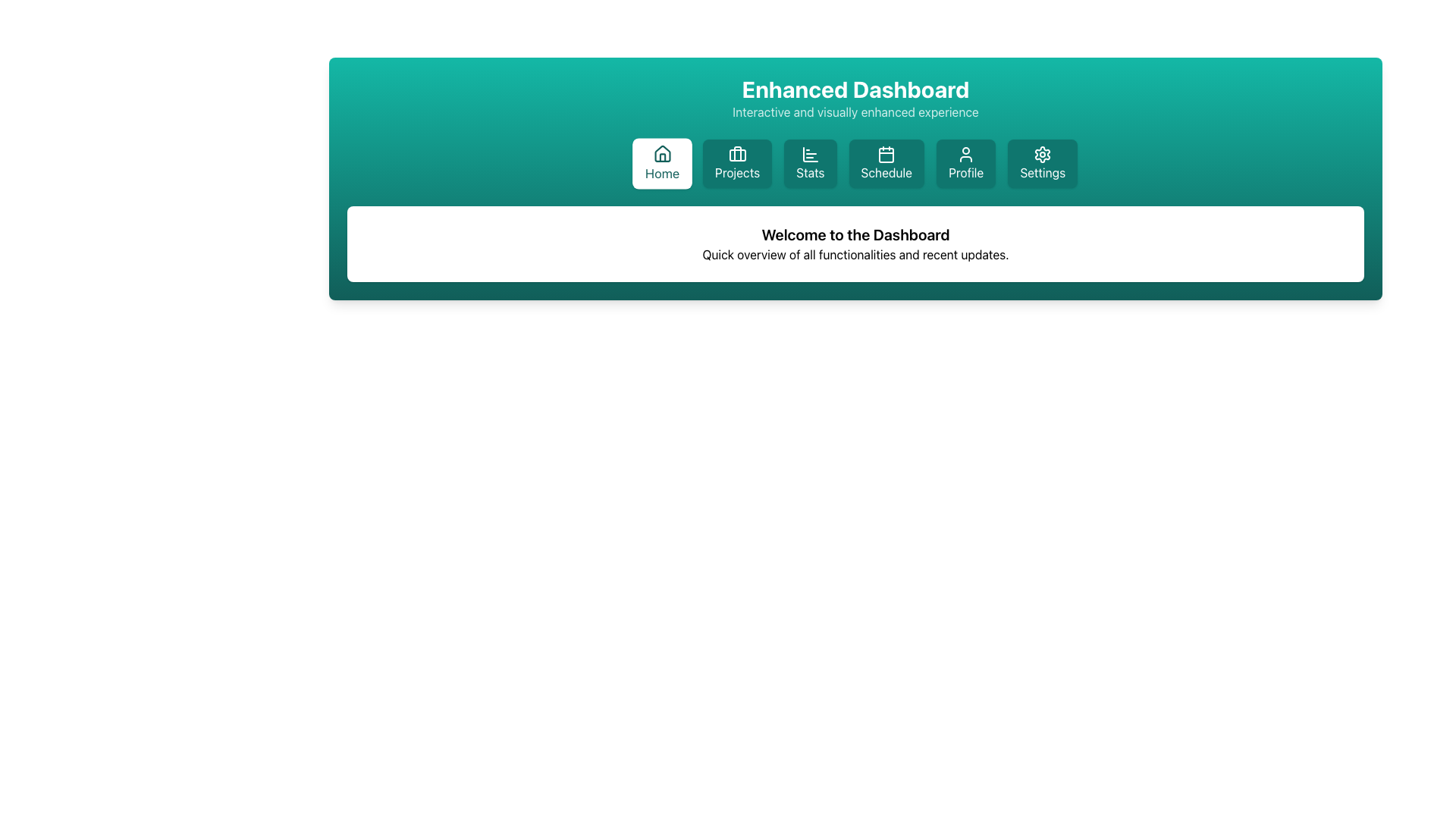  I want to click on the fourth button from the left in the horizontal menu row, so click(886, 164).